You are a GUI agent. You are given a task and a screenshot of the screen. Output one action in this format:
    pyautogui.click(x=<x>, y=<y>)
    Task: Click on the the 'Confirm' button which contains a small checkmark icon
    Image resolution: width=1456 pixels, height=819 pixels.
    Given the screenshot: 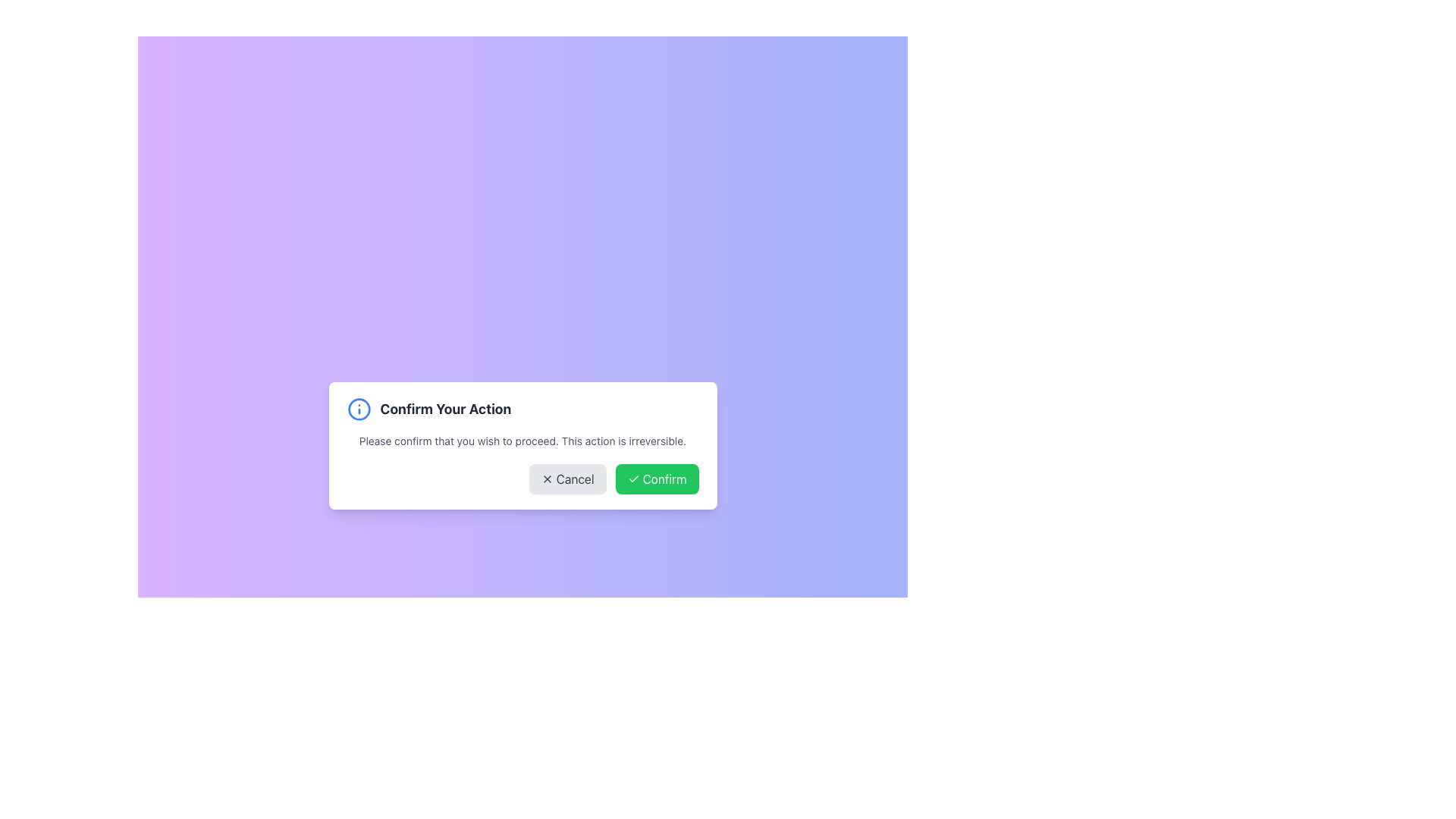 What is the action you would take?
    pyautogui.click(x=633, y=479)
    